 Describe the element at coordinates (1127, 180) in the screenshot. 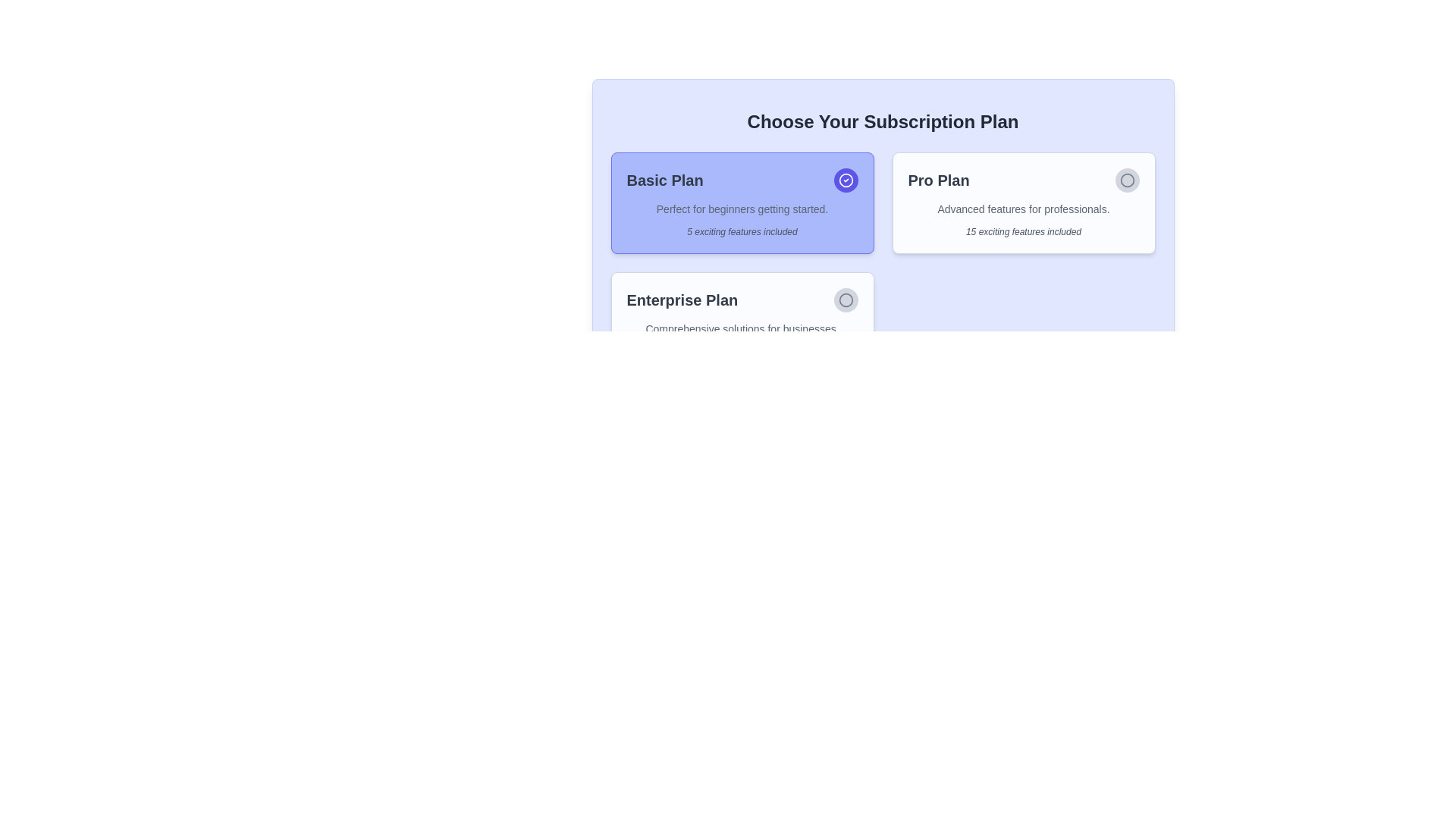

I see `to select the radio button located at the top-right corner inside the 'Pro Plan' card, adjacent to the title text` at that location.